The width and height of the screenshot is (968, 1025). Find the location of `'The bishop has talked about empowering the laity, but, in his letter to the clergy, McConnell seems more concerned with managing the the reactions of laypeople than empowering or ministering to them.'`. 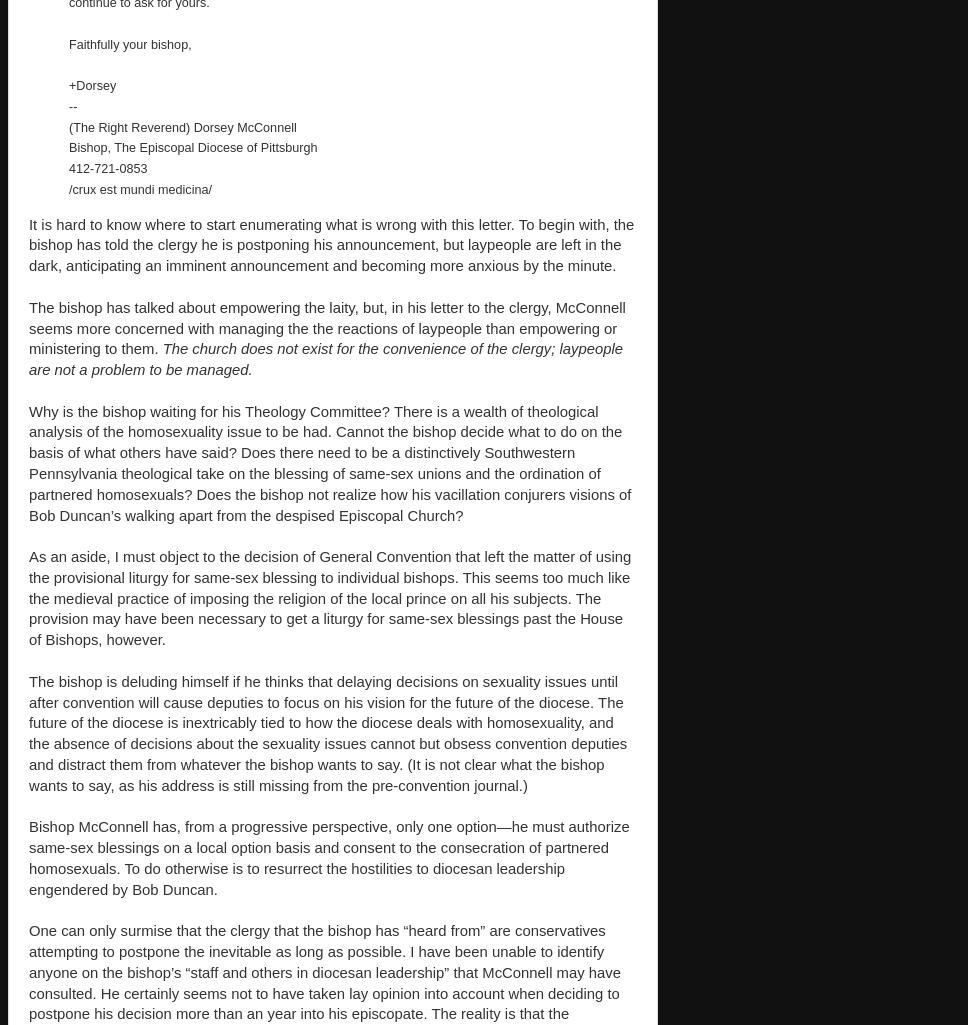

'The bishop has talked about empowering the laity, but, in his letter to the clergy, McConnell seems more concerned with managing the the reactions of laypeople than empowering or ministering to them.' is located at coordinates (326, 327).